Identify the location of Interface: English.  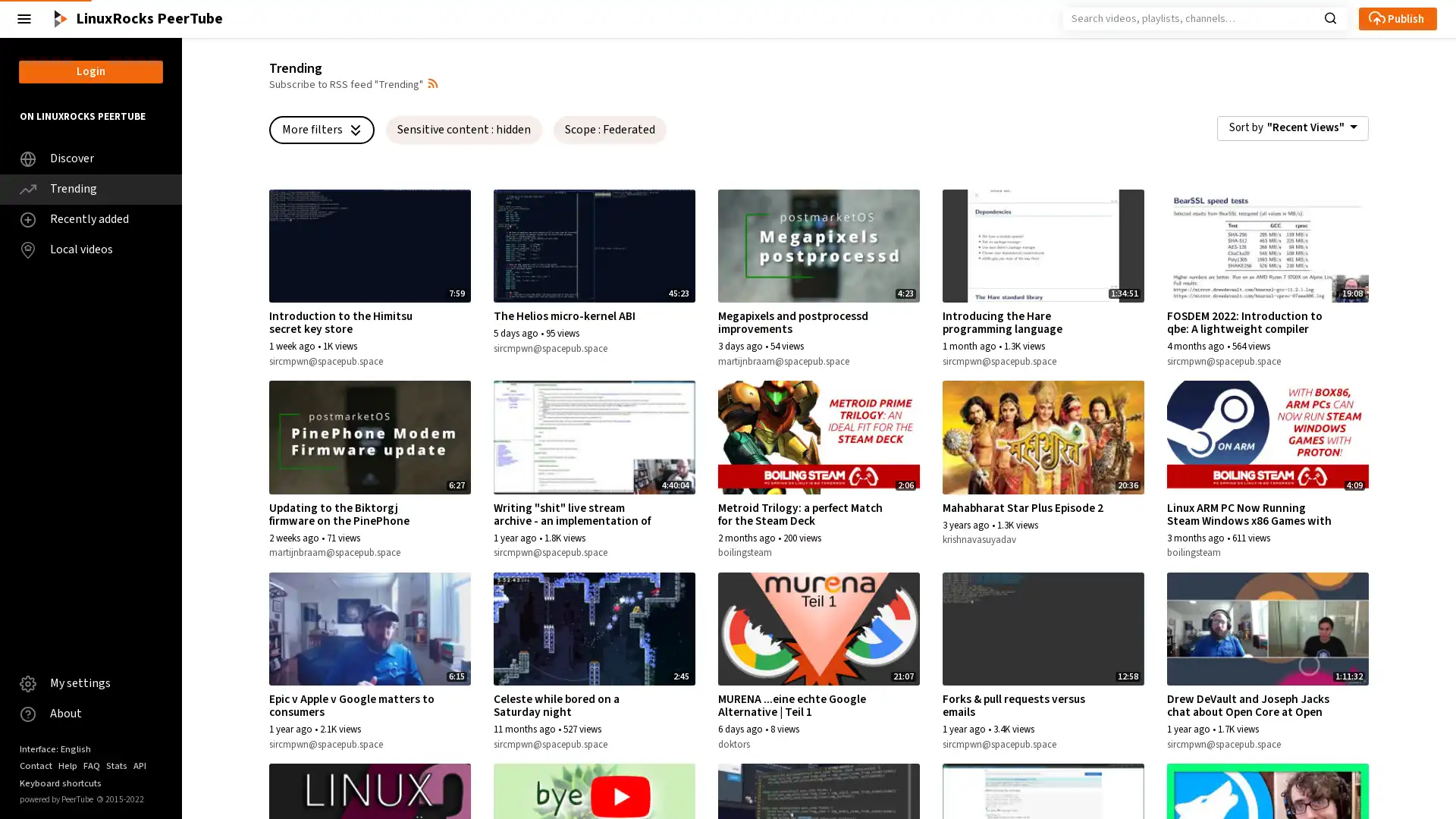
(55, 748).